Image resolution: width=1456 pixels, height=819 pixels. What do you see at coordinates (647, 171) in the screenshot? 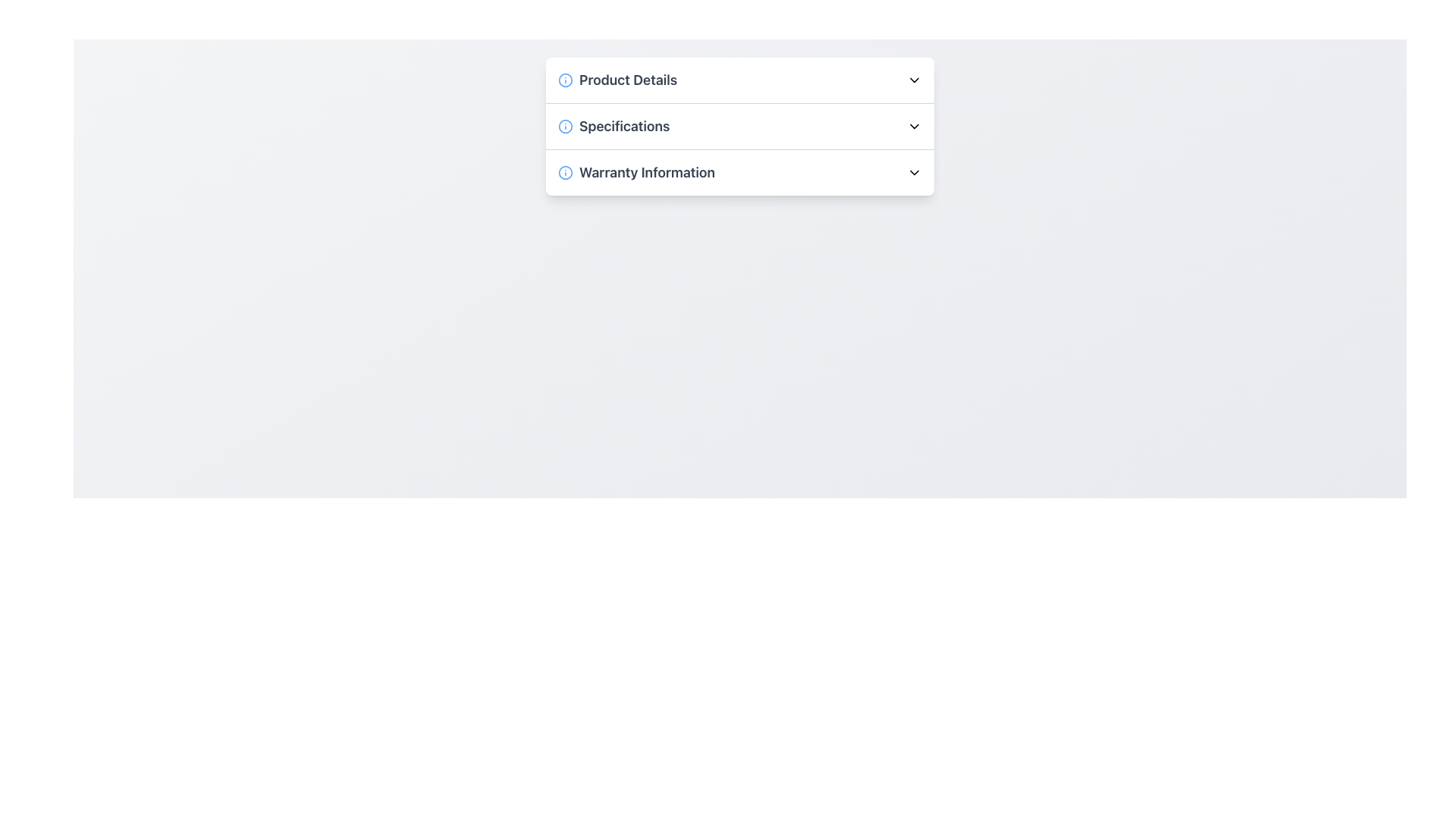
I see `the third text label indicating the title or section header for the associated warranty details` at bounding box center [647, 171].